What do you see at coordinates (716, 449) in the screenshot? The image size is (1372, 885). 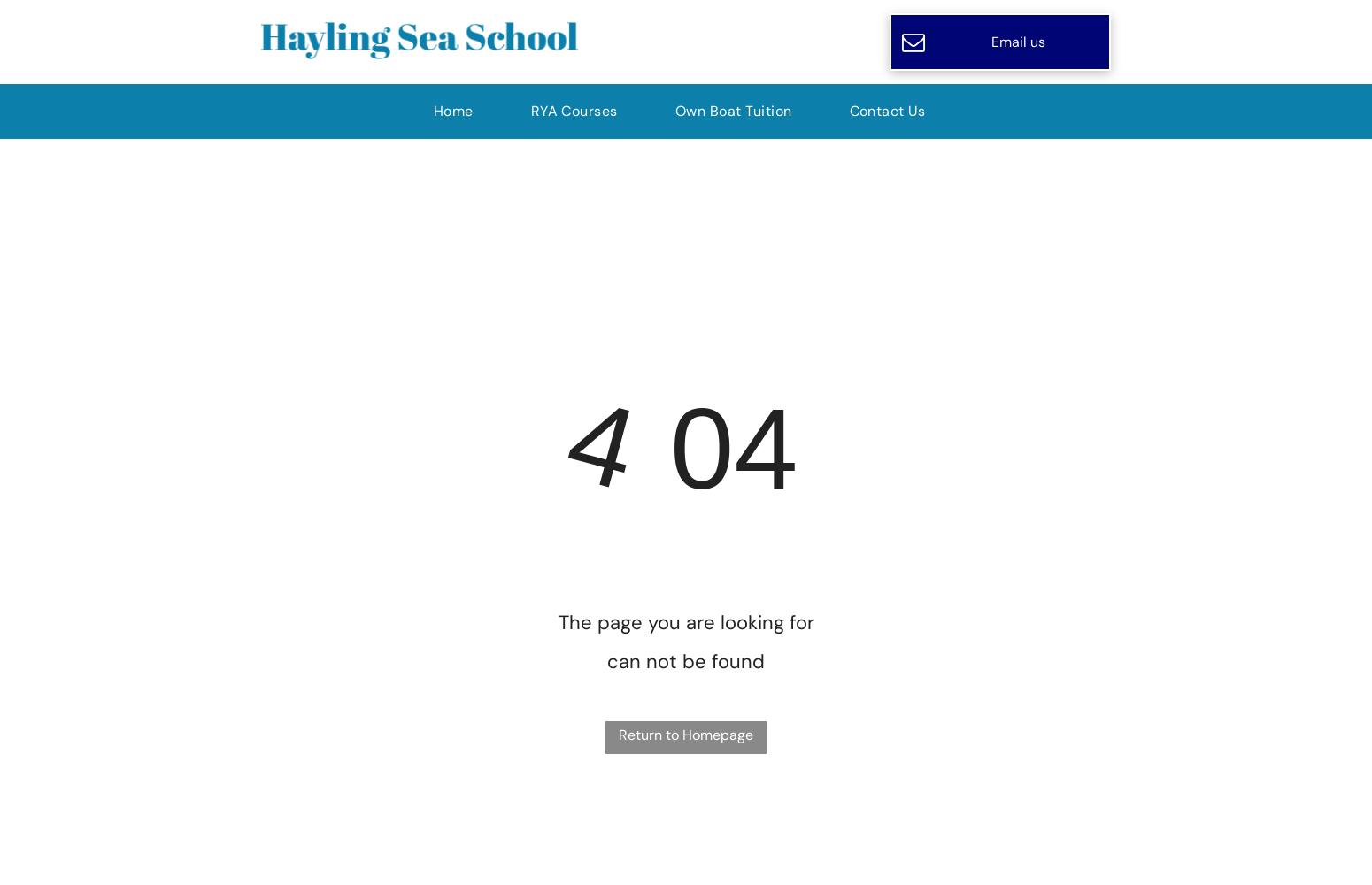 I see `'04'` at bounding box center [716, 449].